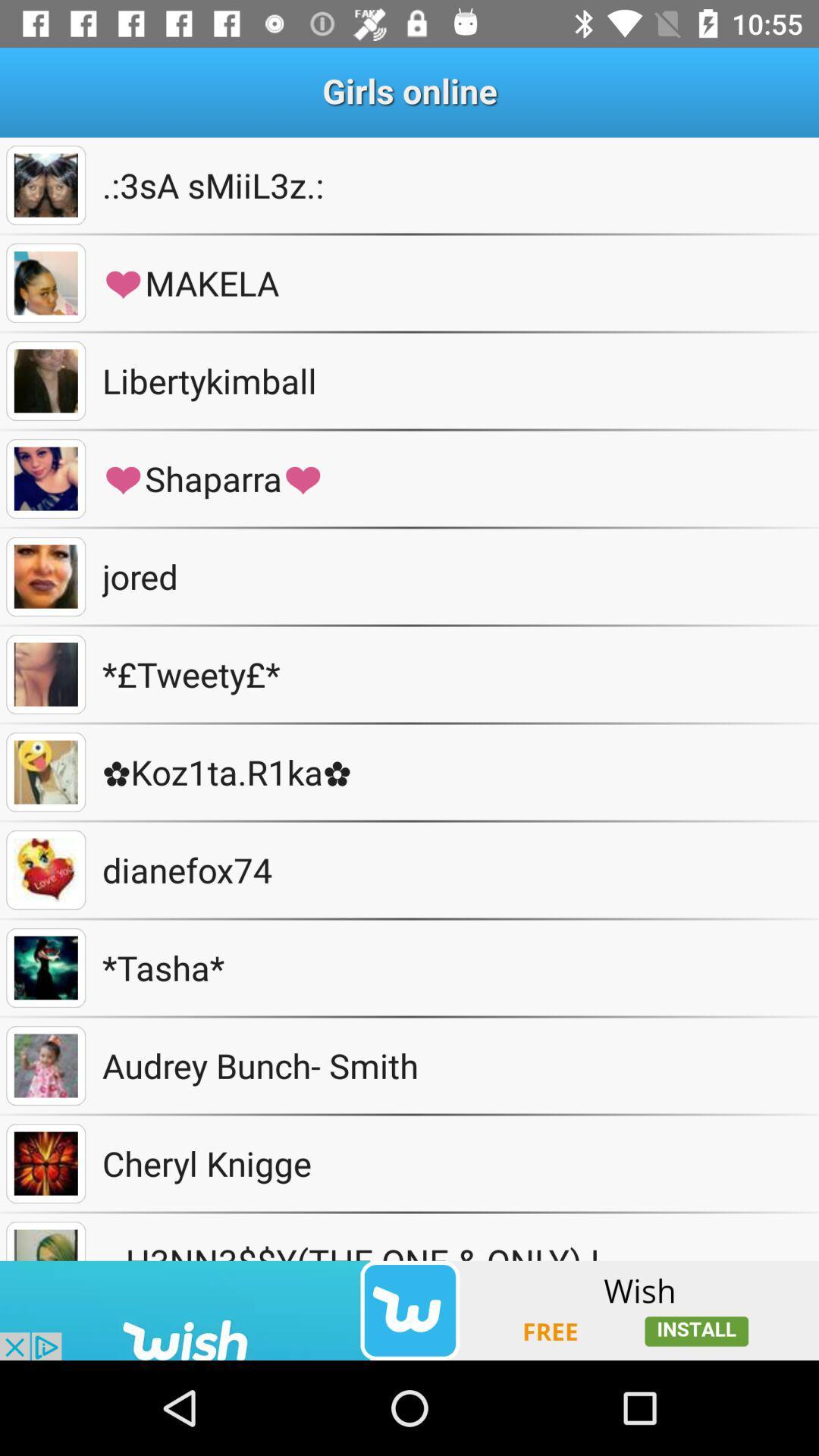 The height and width of the screenshot is (1456, 819). What do you see at coordinates (45, 576) in the screenshot?
I see `image page` at bounding box center [45, 576].